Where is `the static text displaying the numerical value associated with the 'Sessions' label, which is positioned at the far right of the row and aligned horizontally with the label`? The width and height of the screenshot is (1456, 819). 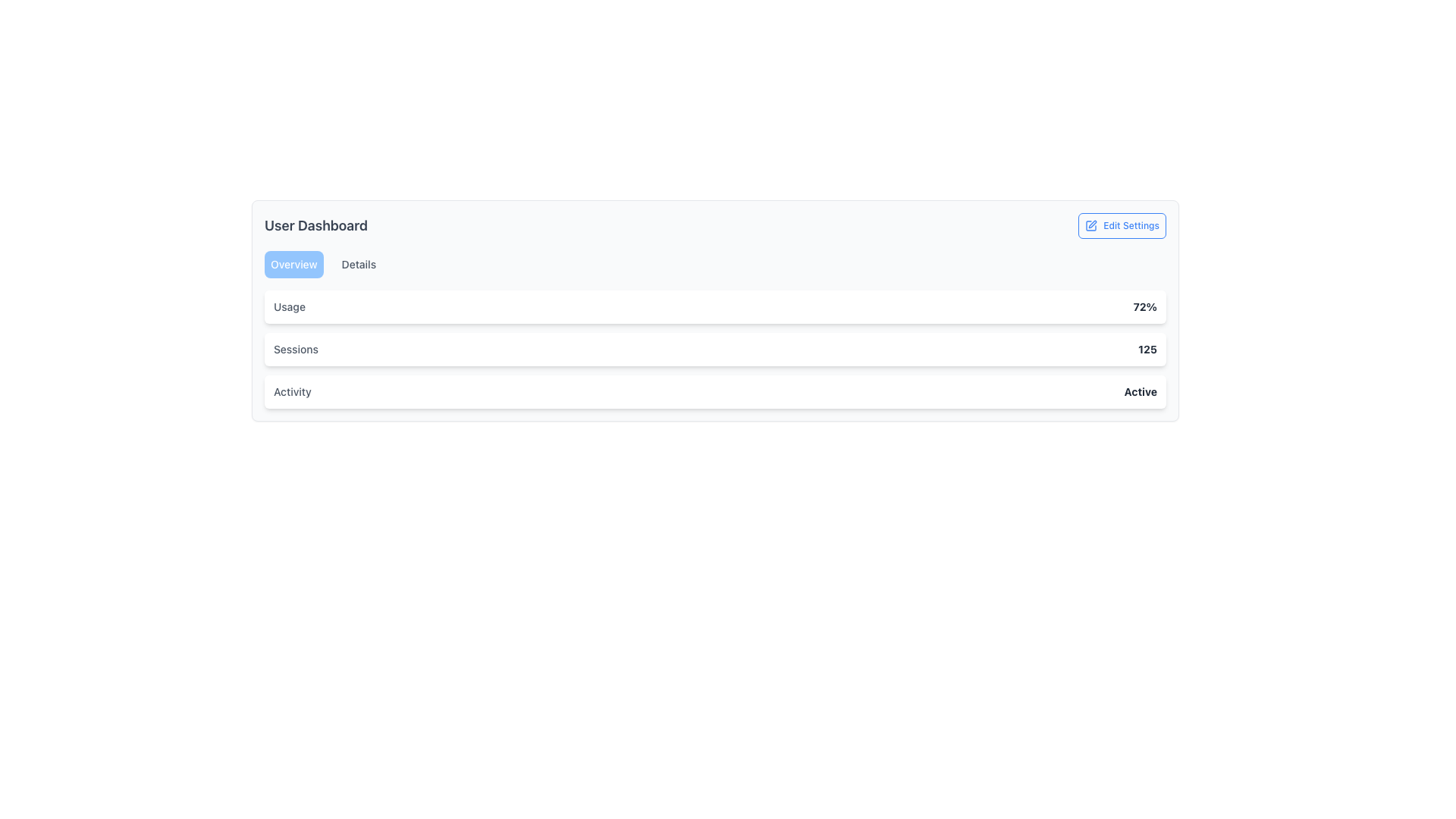 the static text displaying the numerical value associated with the 'Sessions' label, which is positioned at the far right of the row and aligned horizontally with the label is located at coordinates (1147, 350).